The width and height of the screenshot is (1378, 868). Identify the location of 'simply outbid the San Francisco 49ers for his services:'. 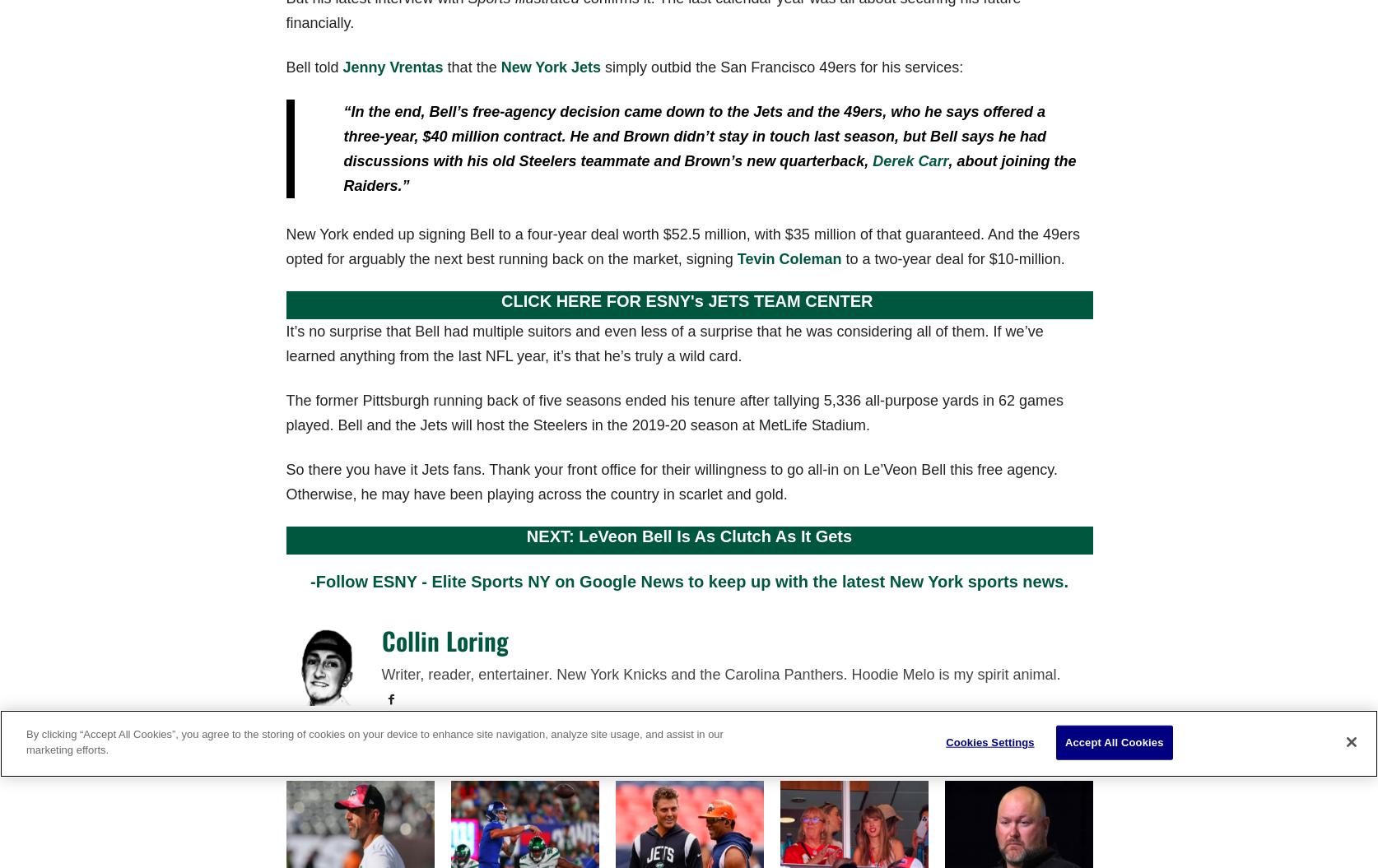
(781, 66).